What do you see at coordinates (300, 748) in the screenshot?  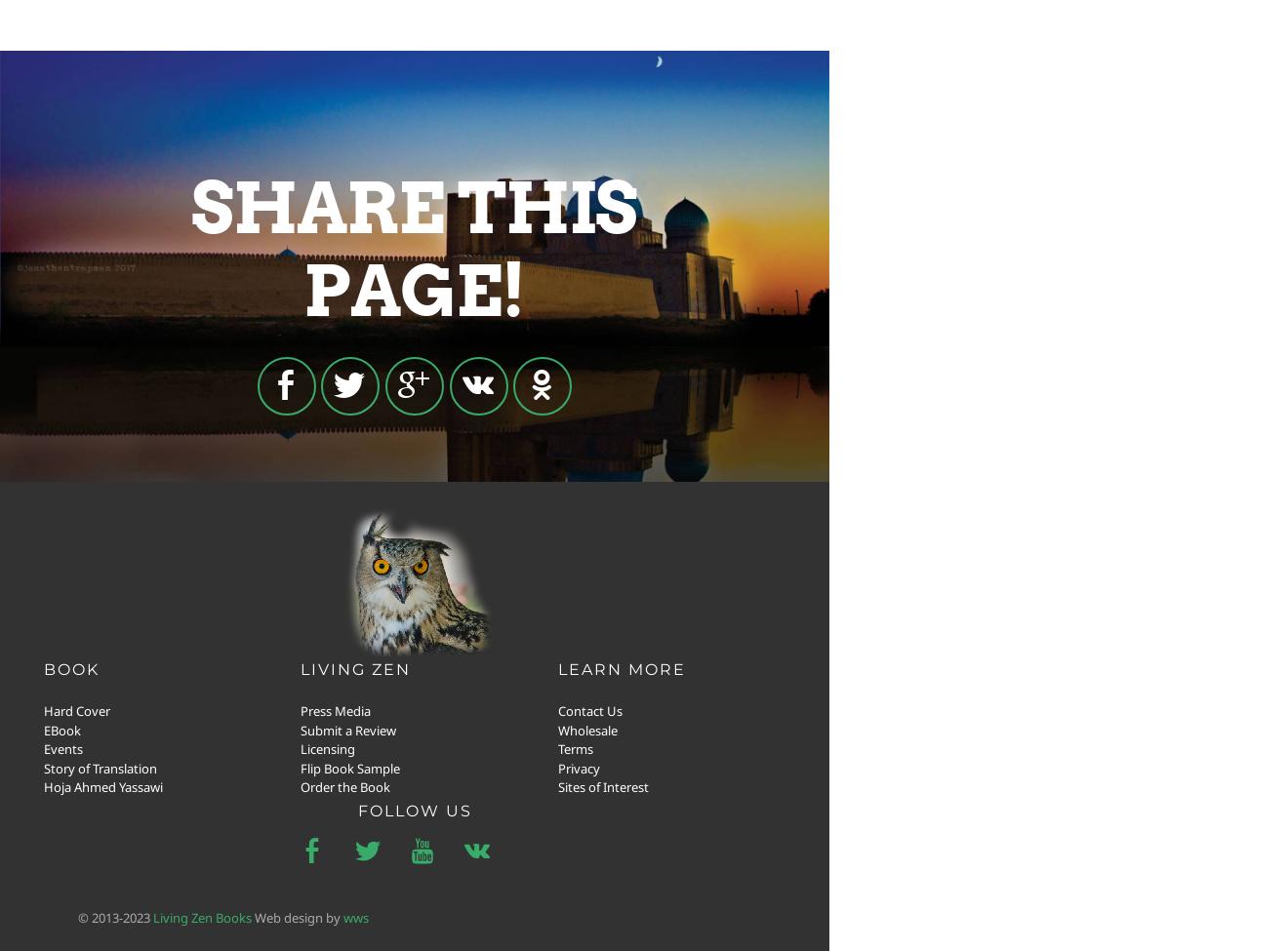 I see `'Licensing'` at bounding box center [300, 748].